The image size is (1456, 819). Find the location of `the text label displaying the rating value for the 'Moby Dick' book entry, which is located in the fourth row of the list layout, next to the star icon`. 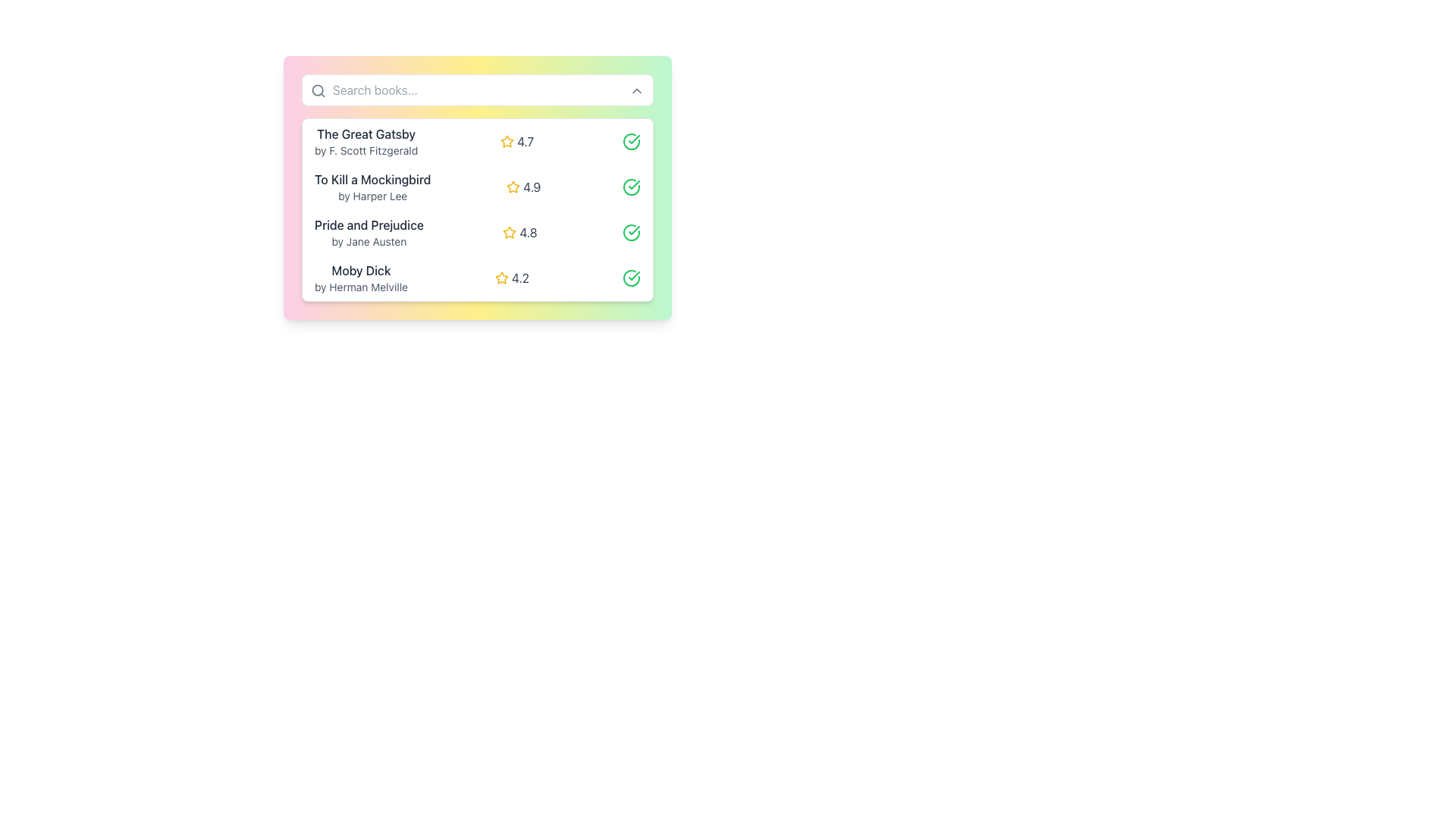

the text label displaying the rating value for the 'Moby Dick' book entry, which is located in the fourth row of the list layout, next to the star icon is located at coordinates (520, 278).